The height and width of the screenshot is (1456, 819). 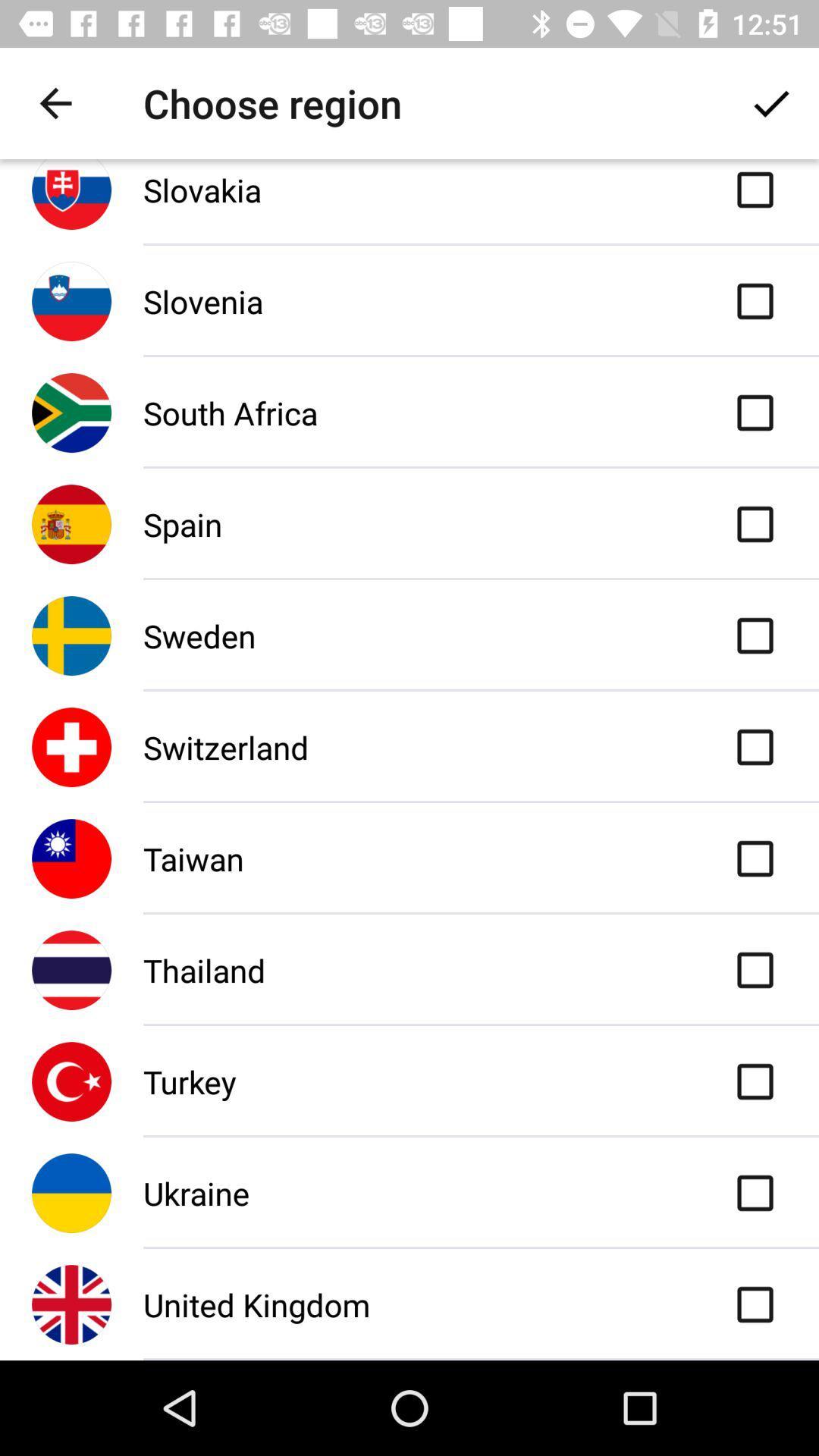 What do you see at coordinates (771, 102) in the screenshot?
I see `icon next to choose region item` at bounding box center [771, 102].